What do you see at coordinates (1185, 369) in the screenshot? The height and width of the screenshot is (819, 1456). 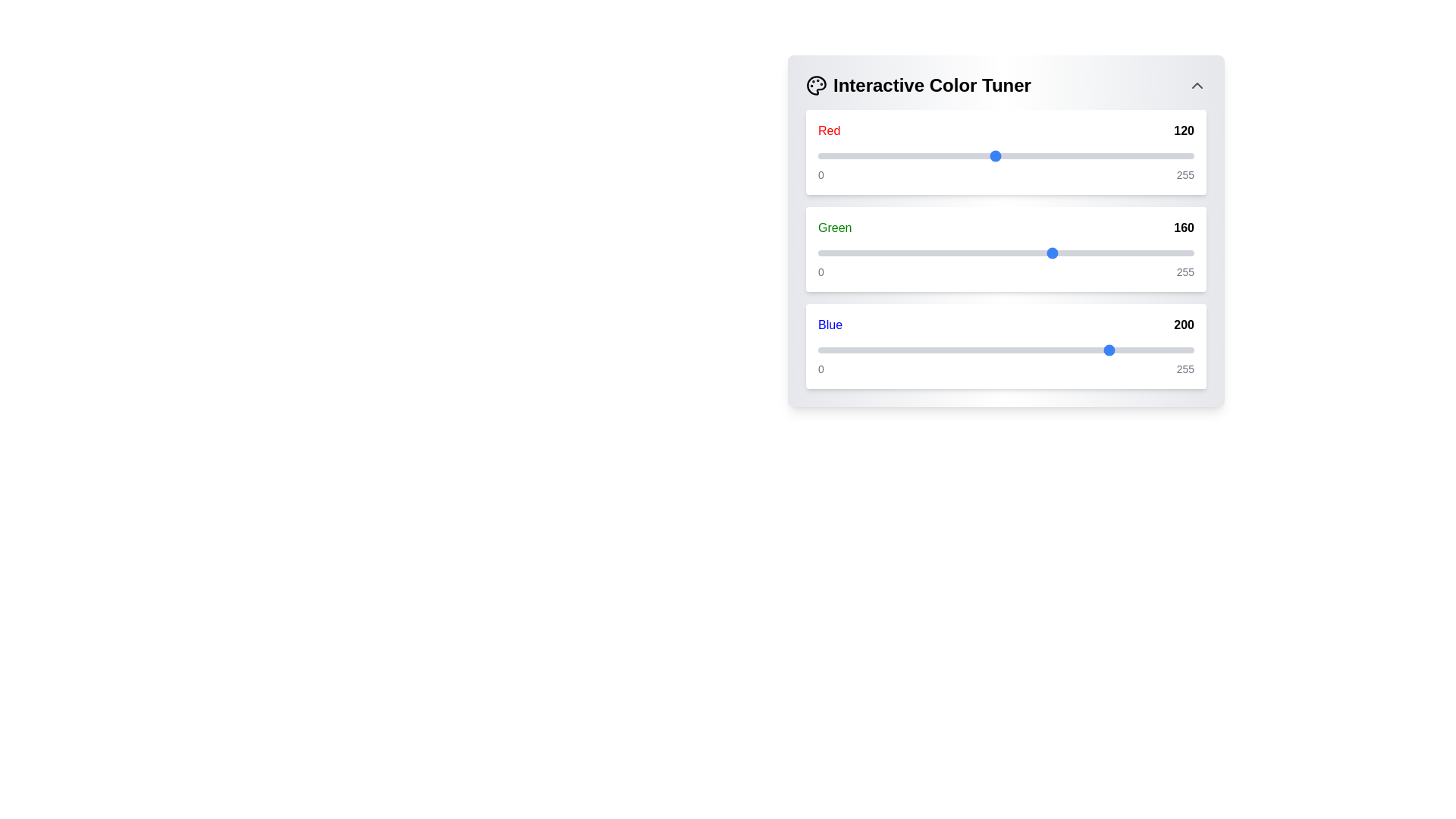 I see `the static label displaying the number '255' in a gray font located in the 'Blue' color adjustment section, next to the blue color intensity slider` at bounding box center [1185, 369].